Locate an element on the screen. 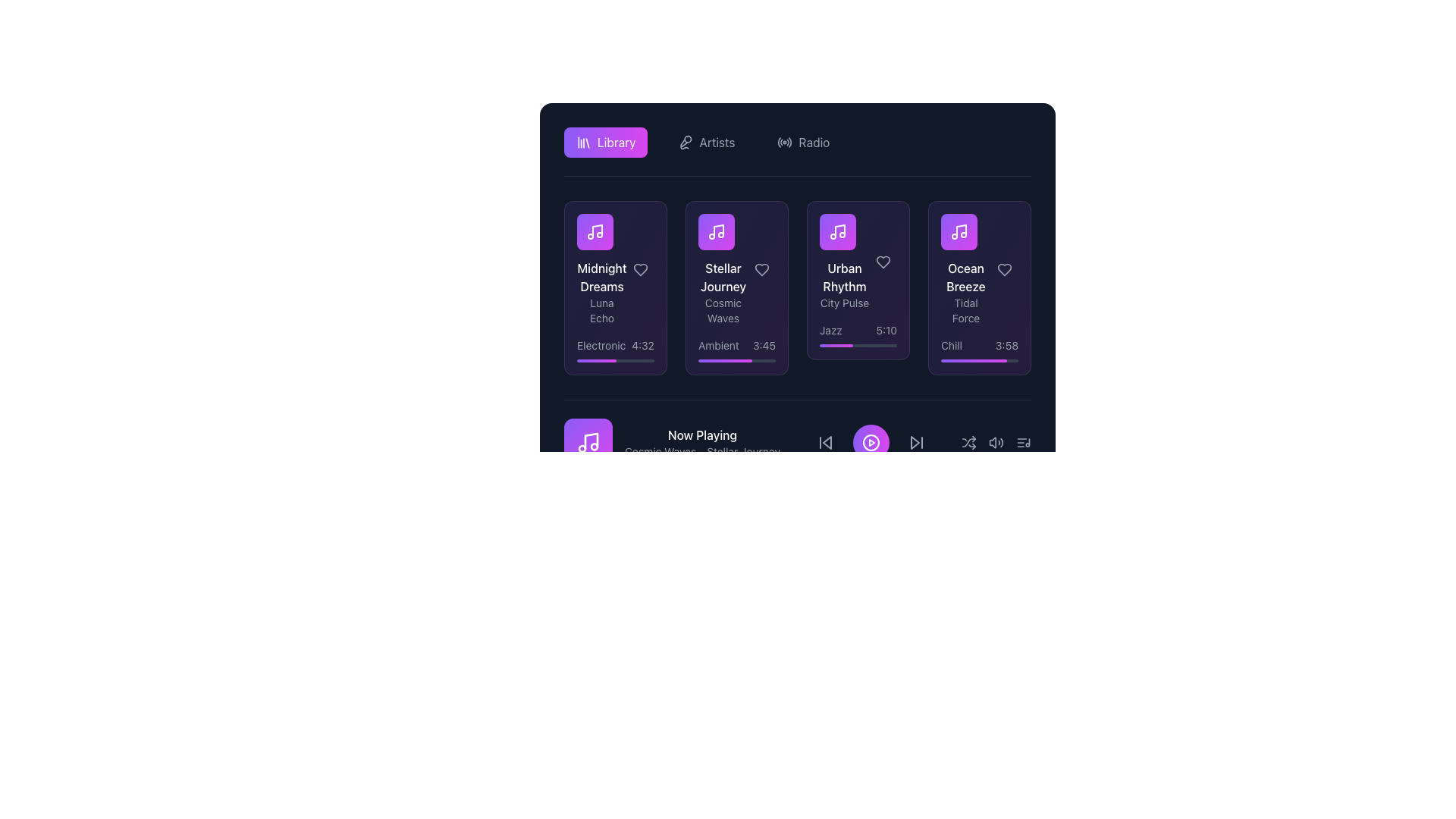 This screenshot has width=1456, height=819. the shuffle icon, which is represented by two interweaving arrows in gray color, located in the Now Playing control bar on the leftmost side of the playback controls section, to change its color is located at coordinates (968, 442).